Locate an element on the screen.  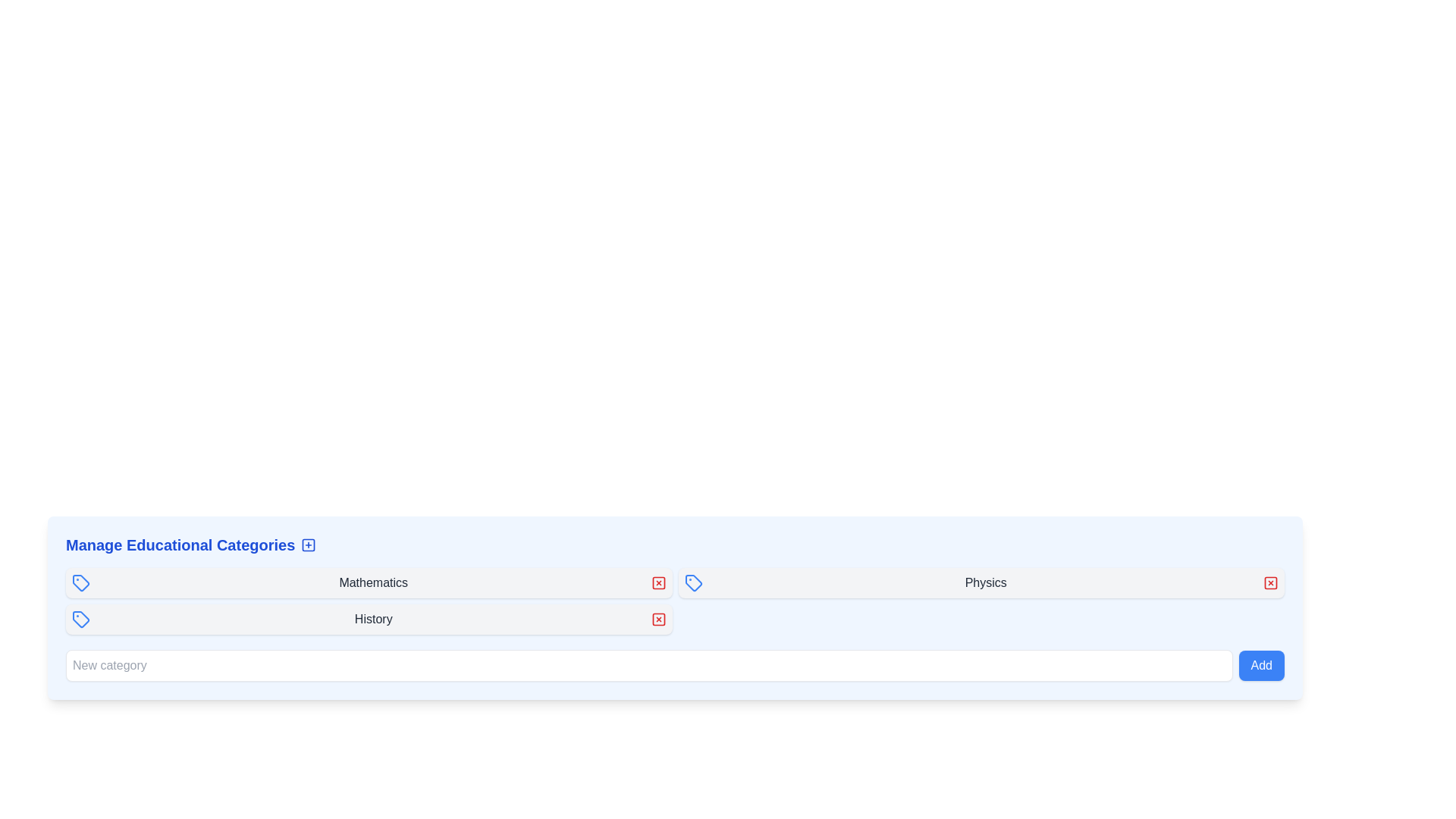
the 'History' label that indicates an educational category, centrally located in a horizontal row between a tag icon and an action button is located at coordinates (373, 620).